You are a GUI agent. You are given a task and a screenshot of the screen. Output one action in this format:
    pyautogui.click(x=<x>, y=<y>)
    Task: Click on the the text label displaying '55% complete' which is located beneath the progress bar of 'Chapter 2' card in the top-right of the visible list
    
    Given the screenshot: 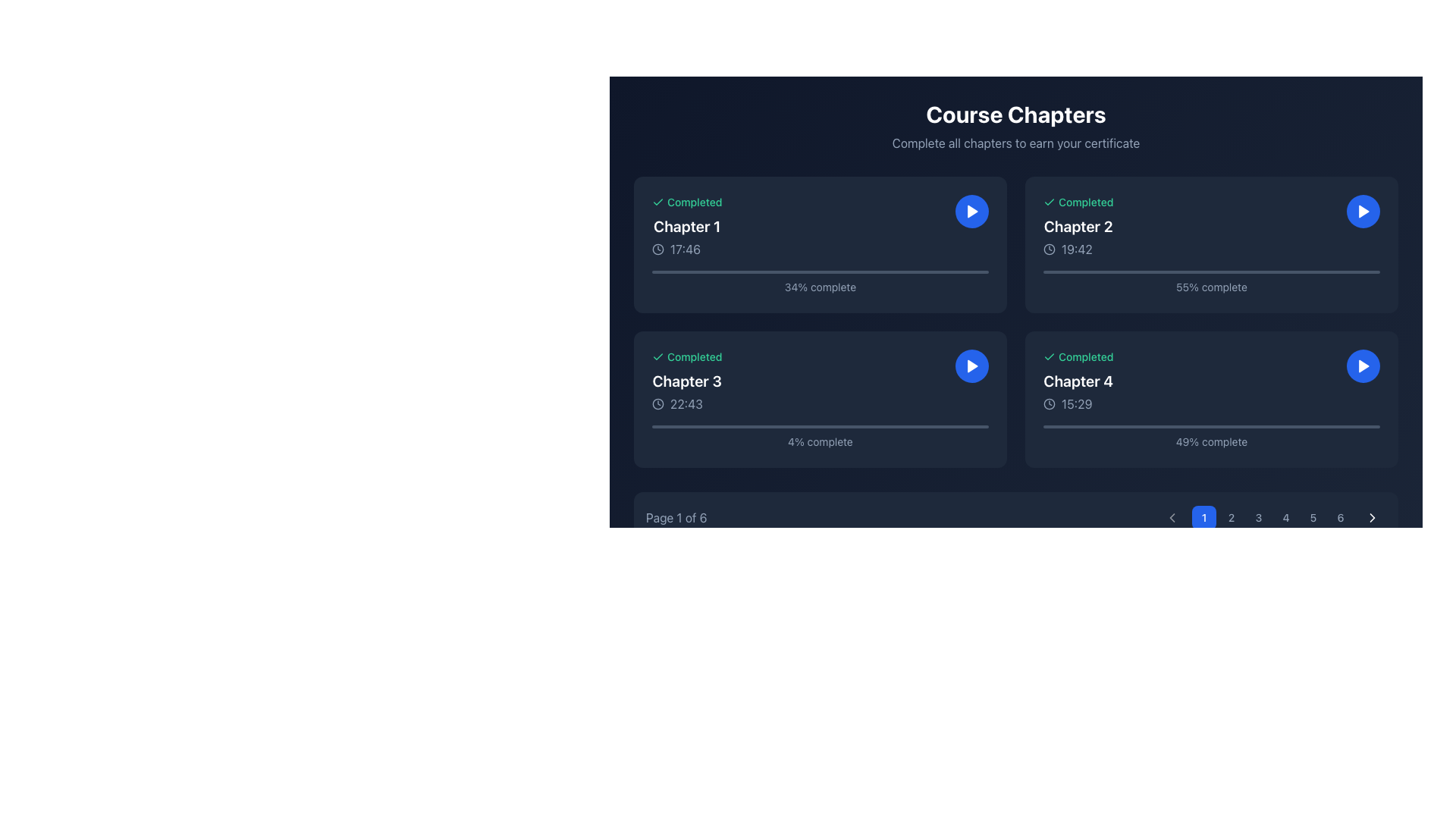 What is the action you would take?
    pyautogui.click(x=1211, y=283)
    